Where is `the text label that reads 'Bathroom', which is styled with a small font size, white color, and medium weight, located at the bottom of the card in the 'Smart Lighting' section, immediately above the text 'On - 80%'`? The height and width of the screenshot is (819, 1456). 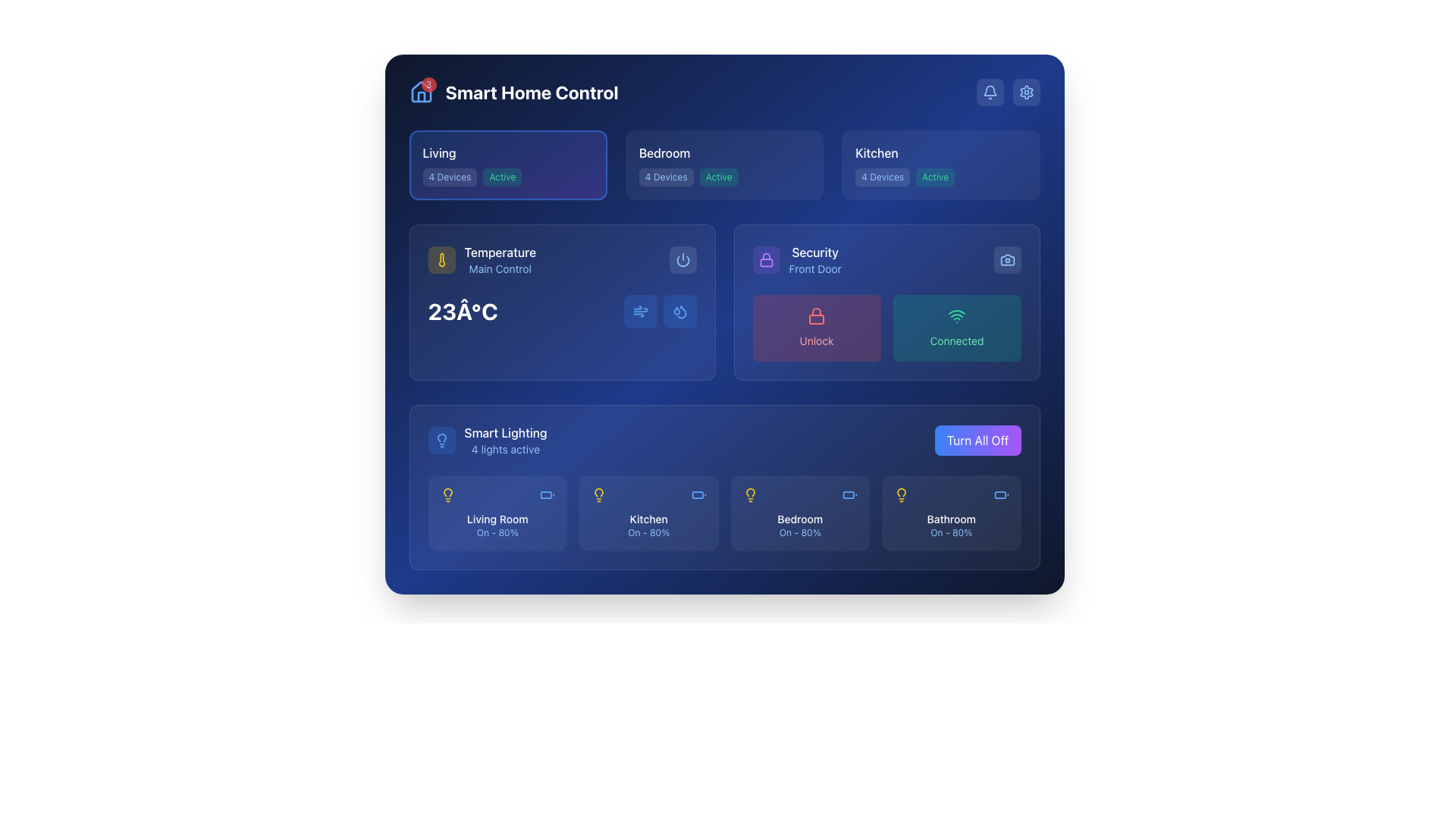 the text label that reads 'Bathroom', which is styled with a small font size, white color, and medium weight, located at the bottom of the card in the 'Smart Lighting' section, immediately above the text 'On - 80%' is located at coordinates (950, 519).